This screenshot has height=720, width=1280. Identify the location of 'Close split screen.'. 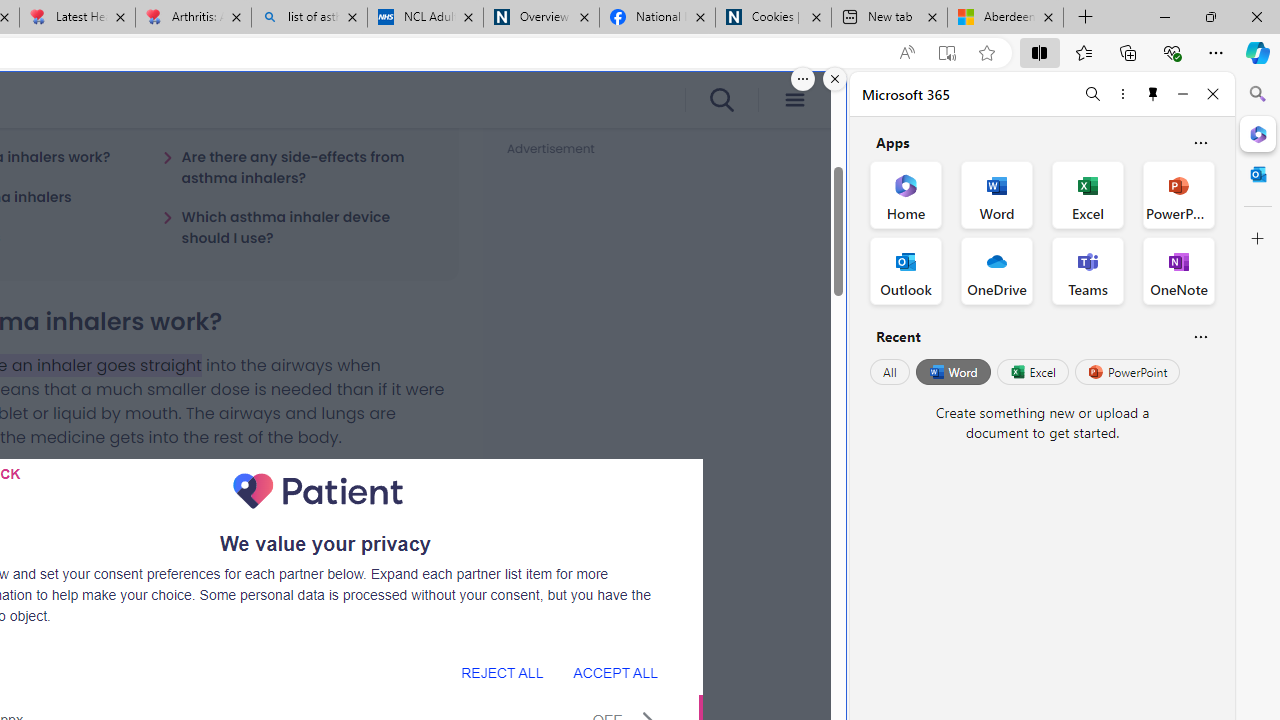
(835, 78).